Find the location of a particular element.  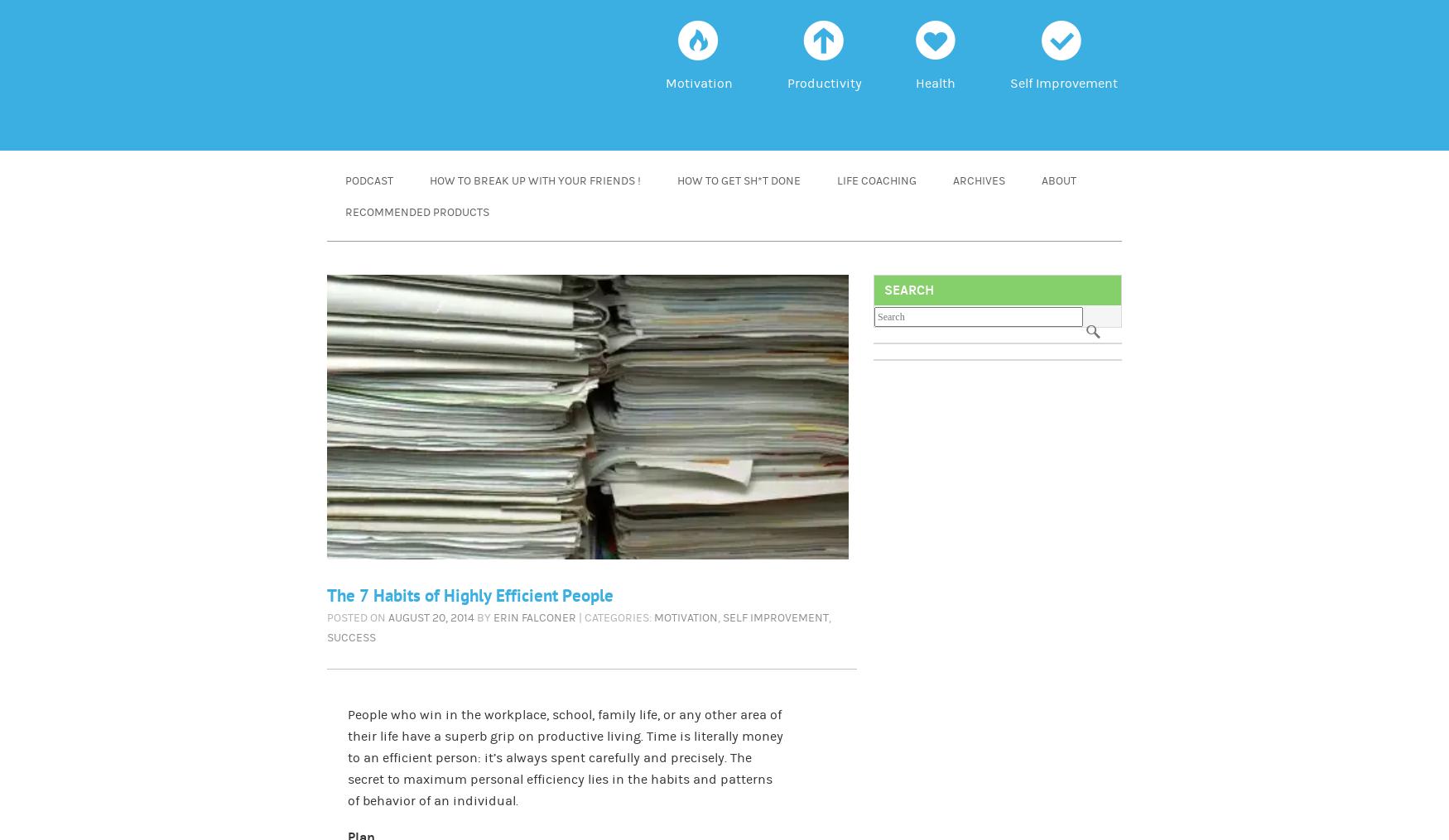

'self improvement' is located at coordinates (723, 617).